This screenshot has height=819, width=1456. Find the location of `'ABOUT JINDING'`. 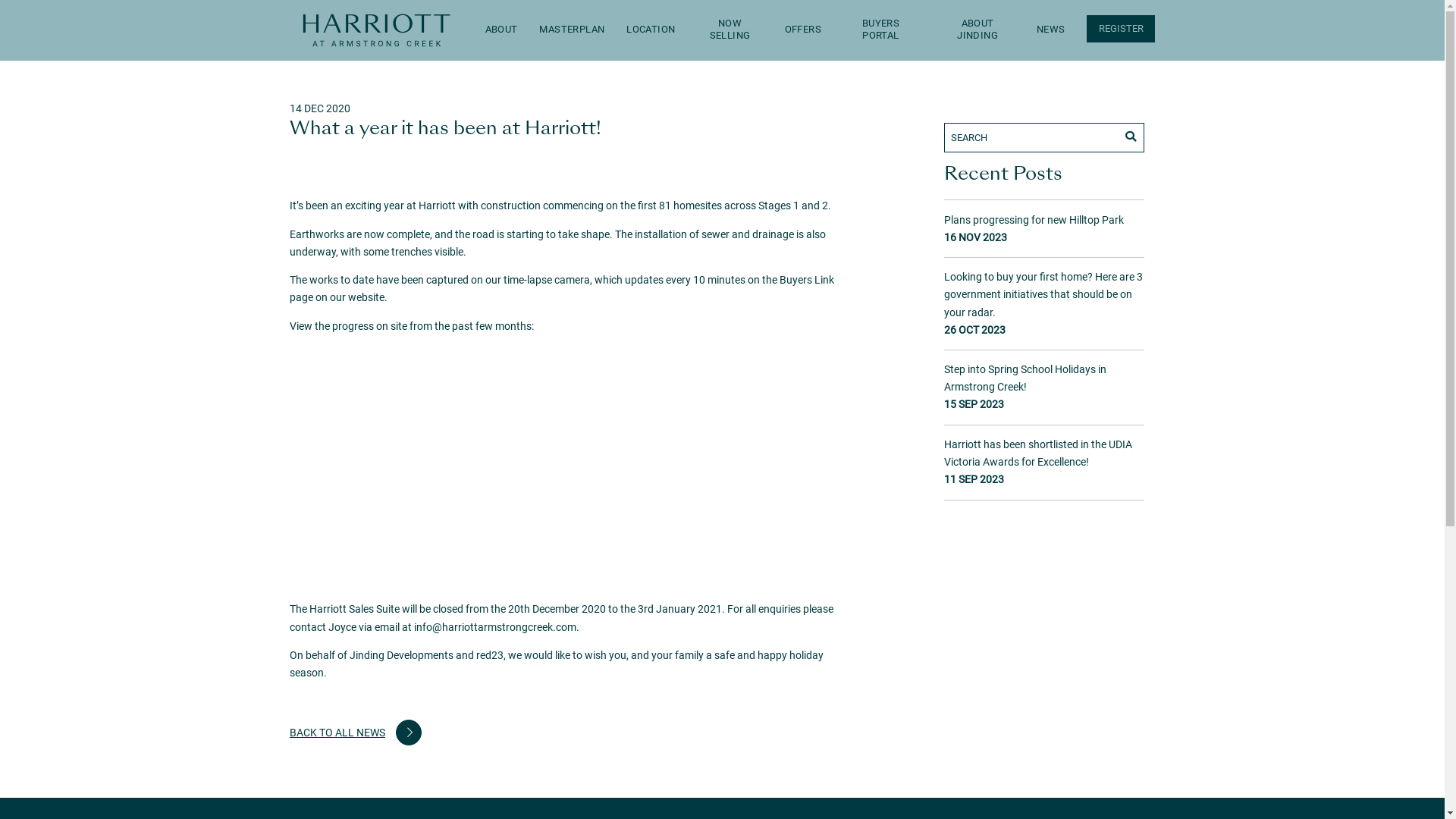

'ABOUT JINDING' is located at coordinates (977, 30).